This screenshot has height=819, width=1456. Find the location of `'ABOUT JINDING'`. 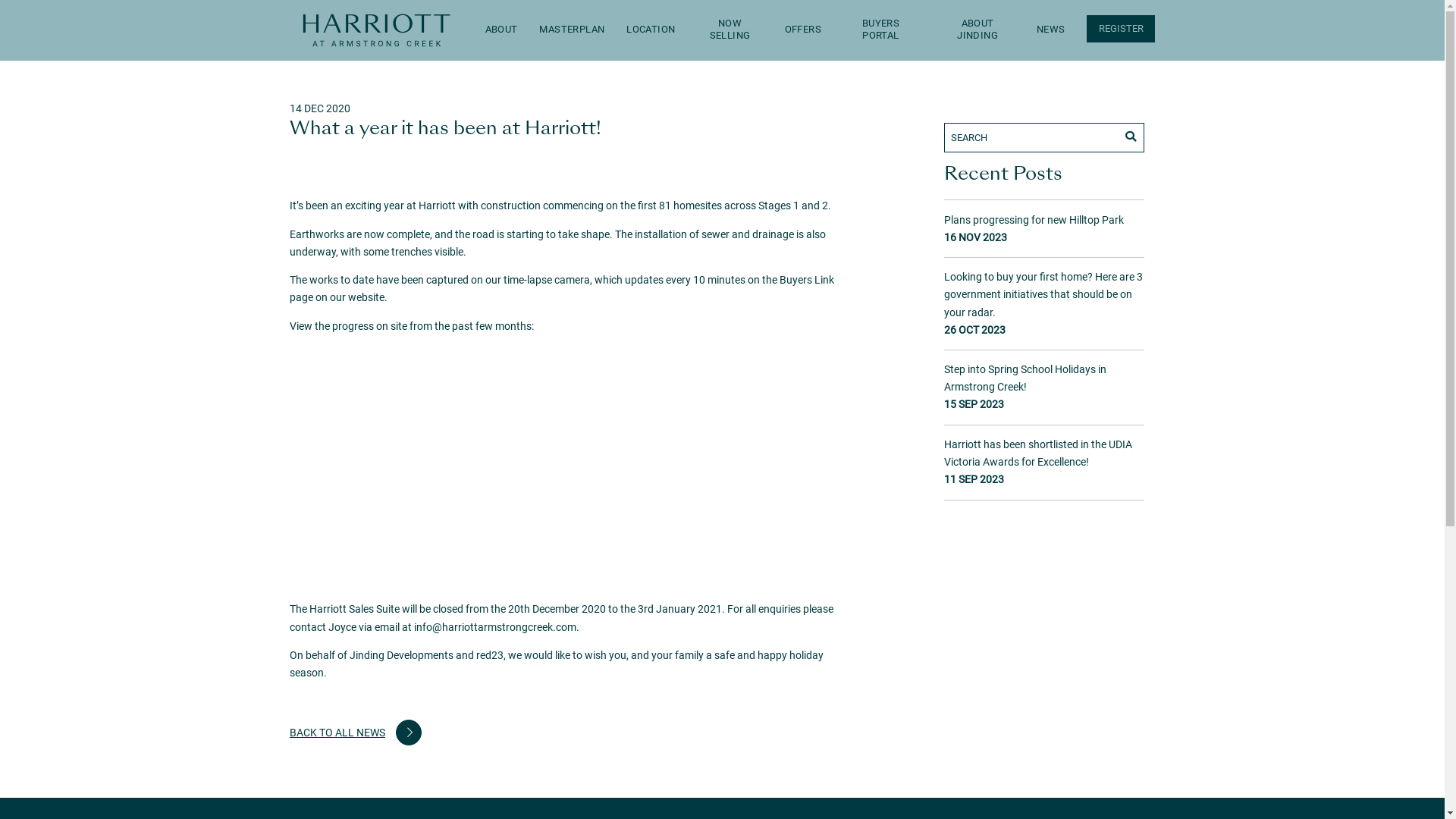

'ABOUT JINDING' is located at coordinates (977, 30).